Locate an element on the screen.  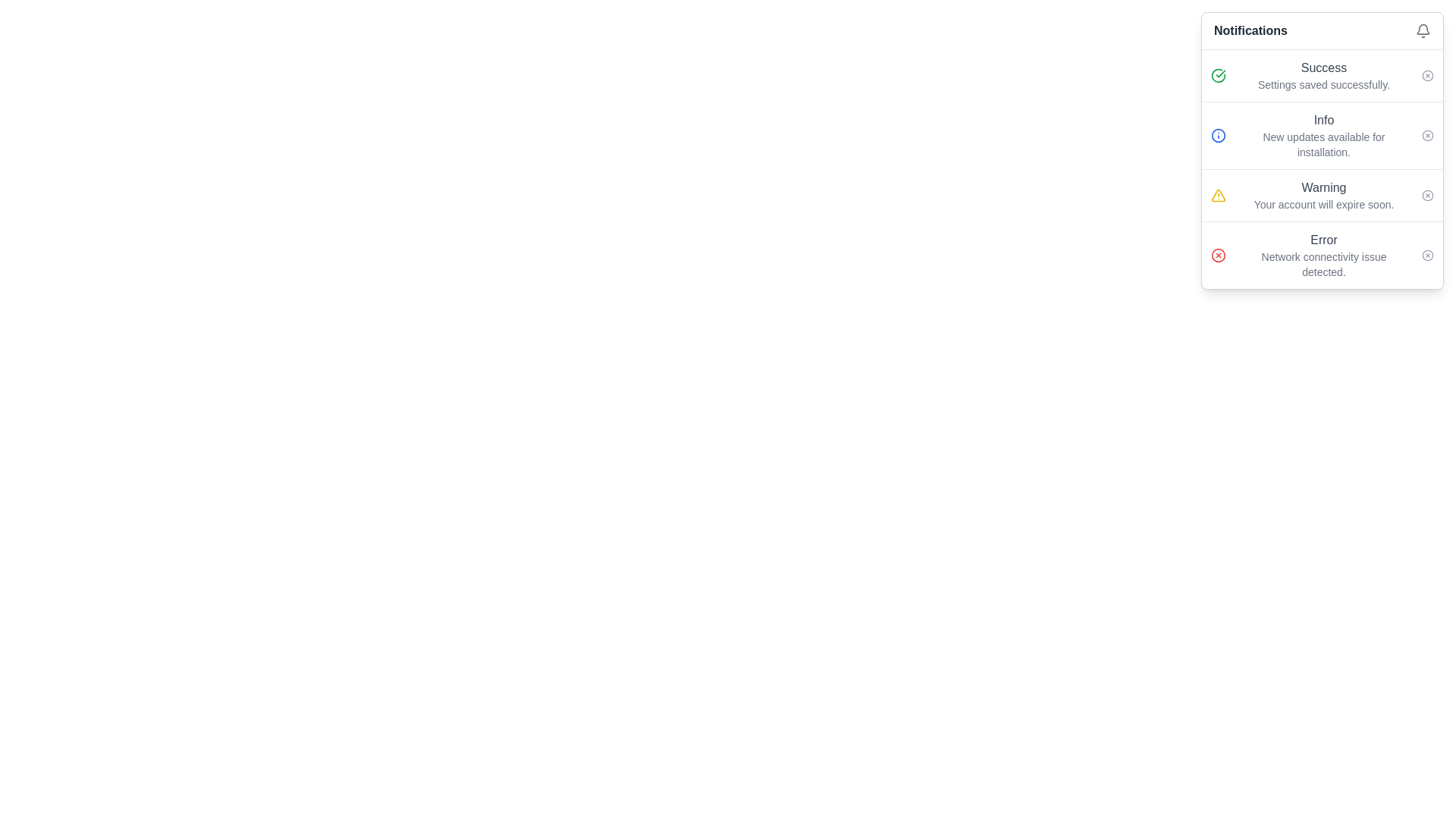
the small circular button with a cross symbol inside, located in the bottom right corner of the 'Error' notification box is located at coordinates (1426, 254).